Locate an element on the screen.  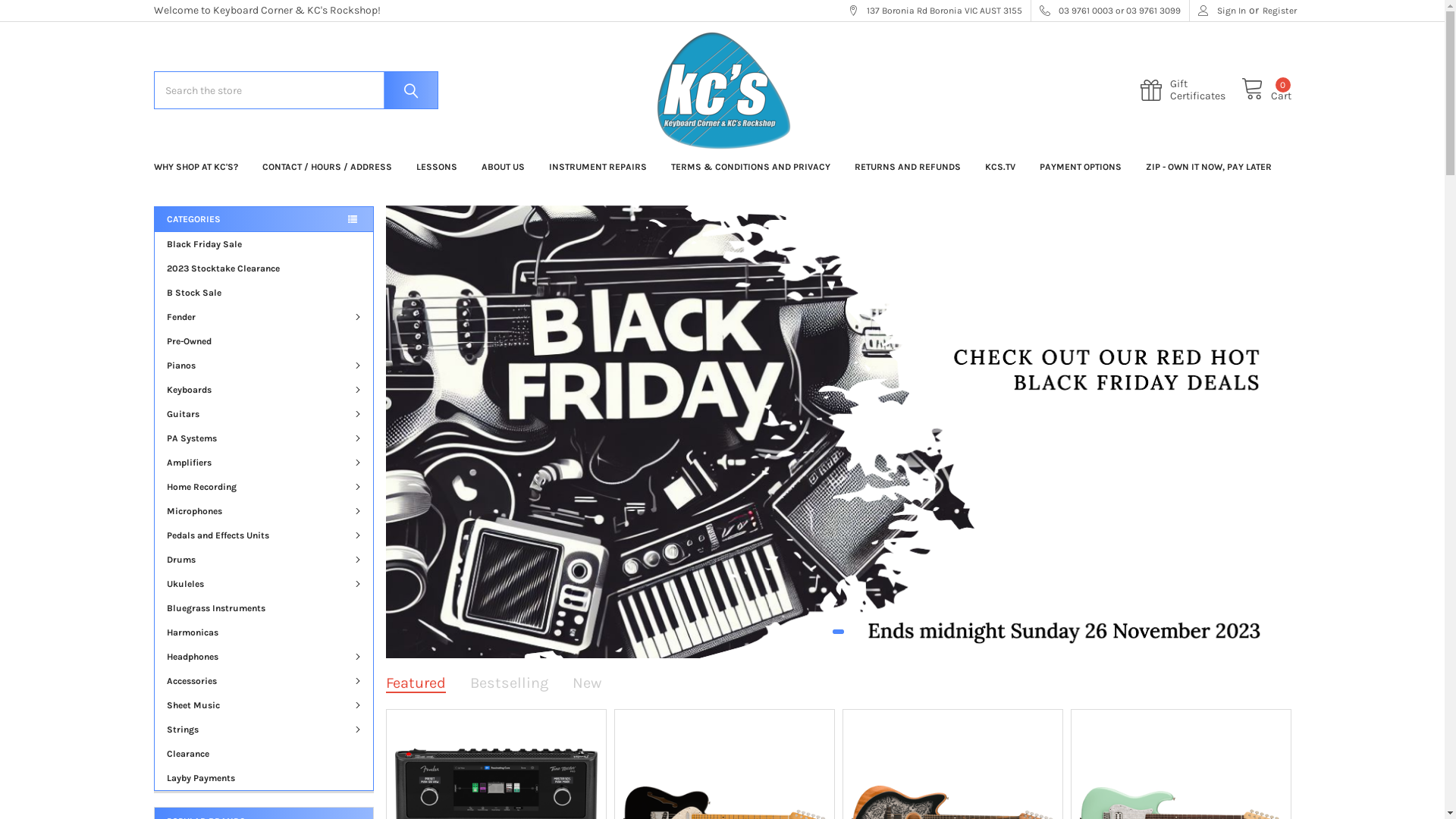
'2023 Stocktake Clearance' is located at coordinates (154, 268).